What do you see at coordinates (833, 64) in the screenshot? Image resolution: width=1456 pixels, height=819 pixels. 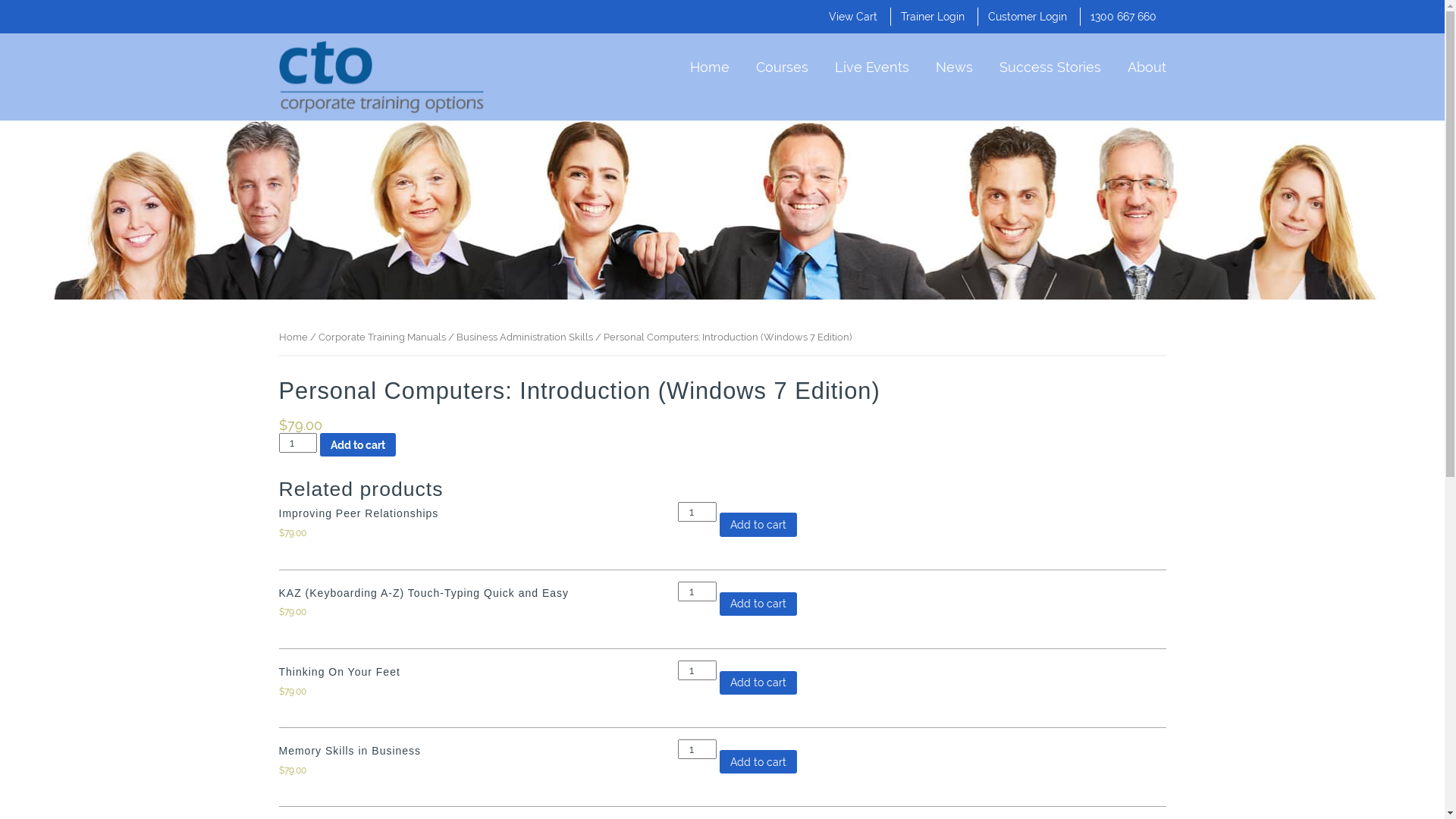 I see `'Live Events'` at bounding box center [833, 64].